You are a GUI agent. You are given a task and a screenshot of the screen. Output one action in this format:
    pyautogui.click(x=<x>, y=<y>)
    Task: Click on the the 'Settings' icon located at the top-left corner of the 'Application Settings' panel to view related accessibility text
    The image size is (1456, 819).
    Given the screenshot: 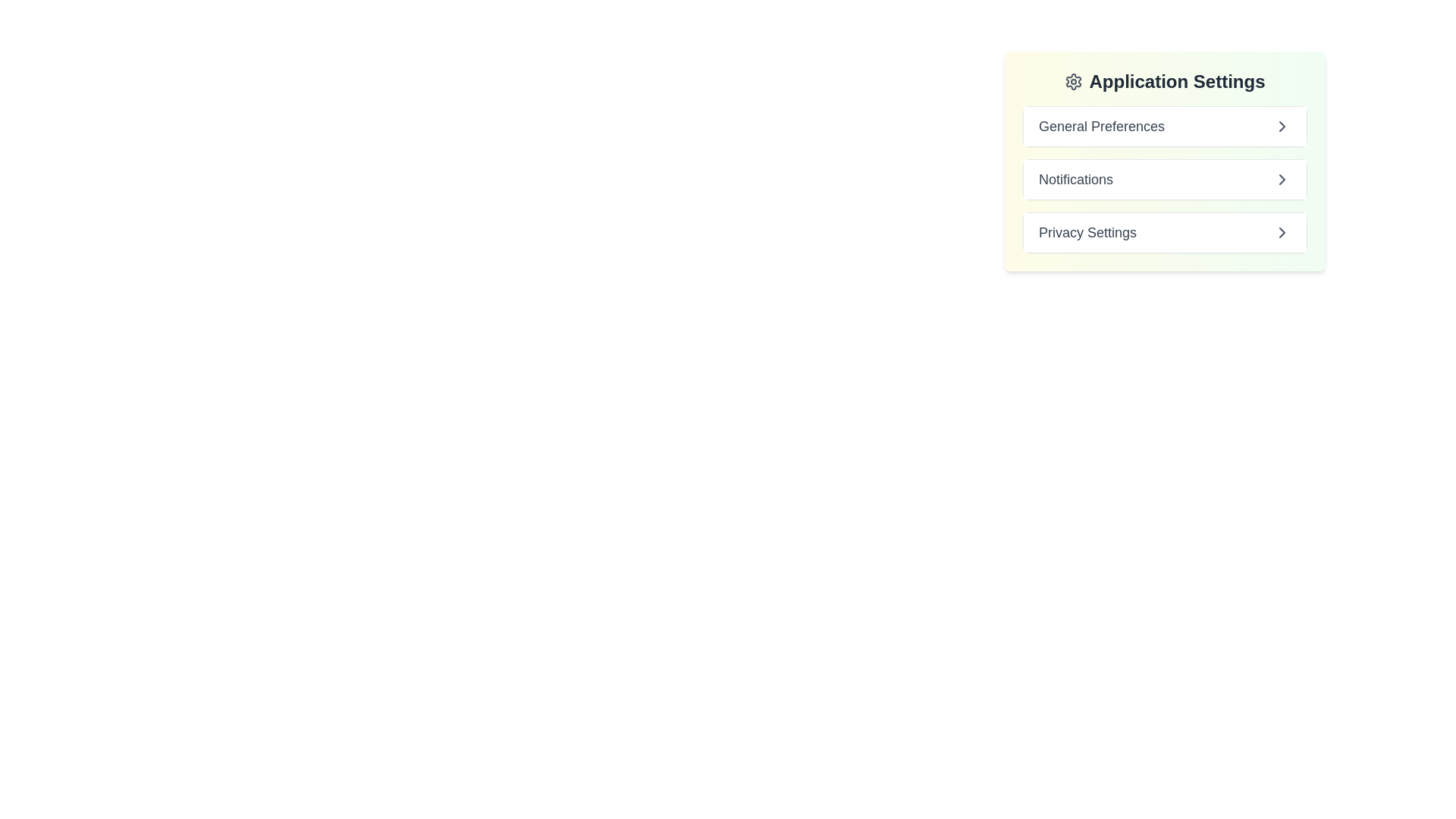 What is the action you would take?
    pyautogui.click(x=1073, y=82)
    